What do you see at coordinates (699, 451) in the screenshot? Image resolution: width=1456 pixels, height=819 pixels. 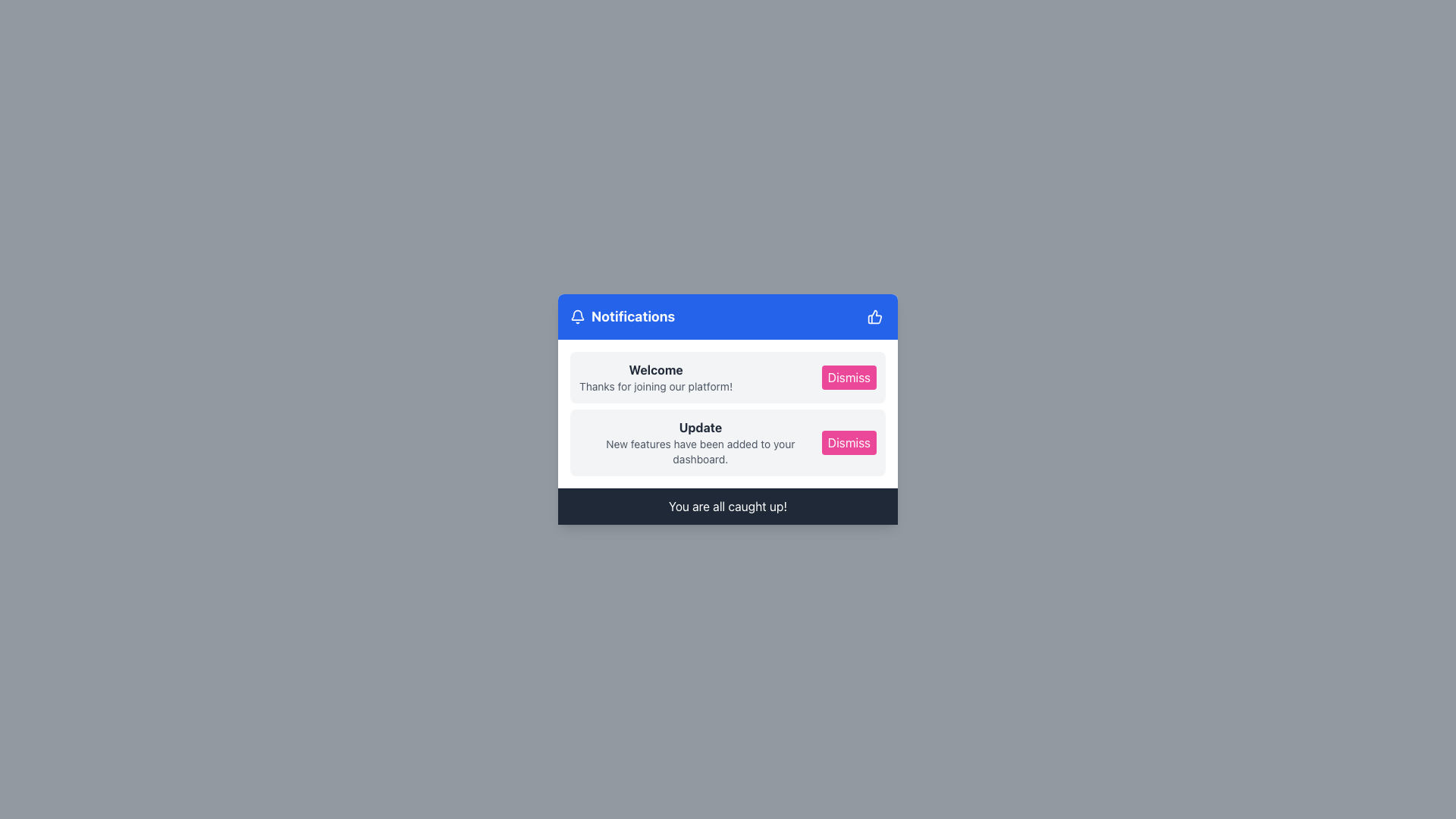 I see `the static text element that conveys information about new features being added to the user's dashboard, located in the second notification block under the title 'Update'` at bounding box center [699, 451].